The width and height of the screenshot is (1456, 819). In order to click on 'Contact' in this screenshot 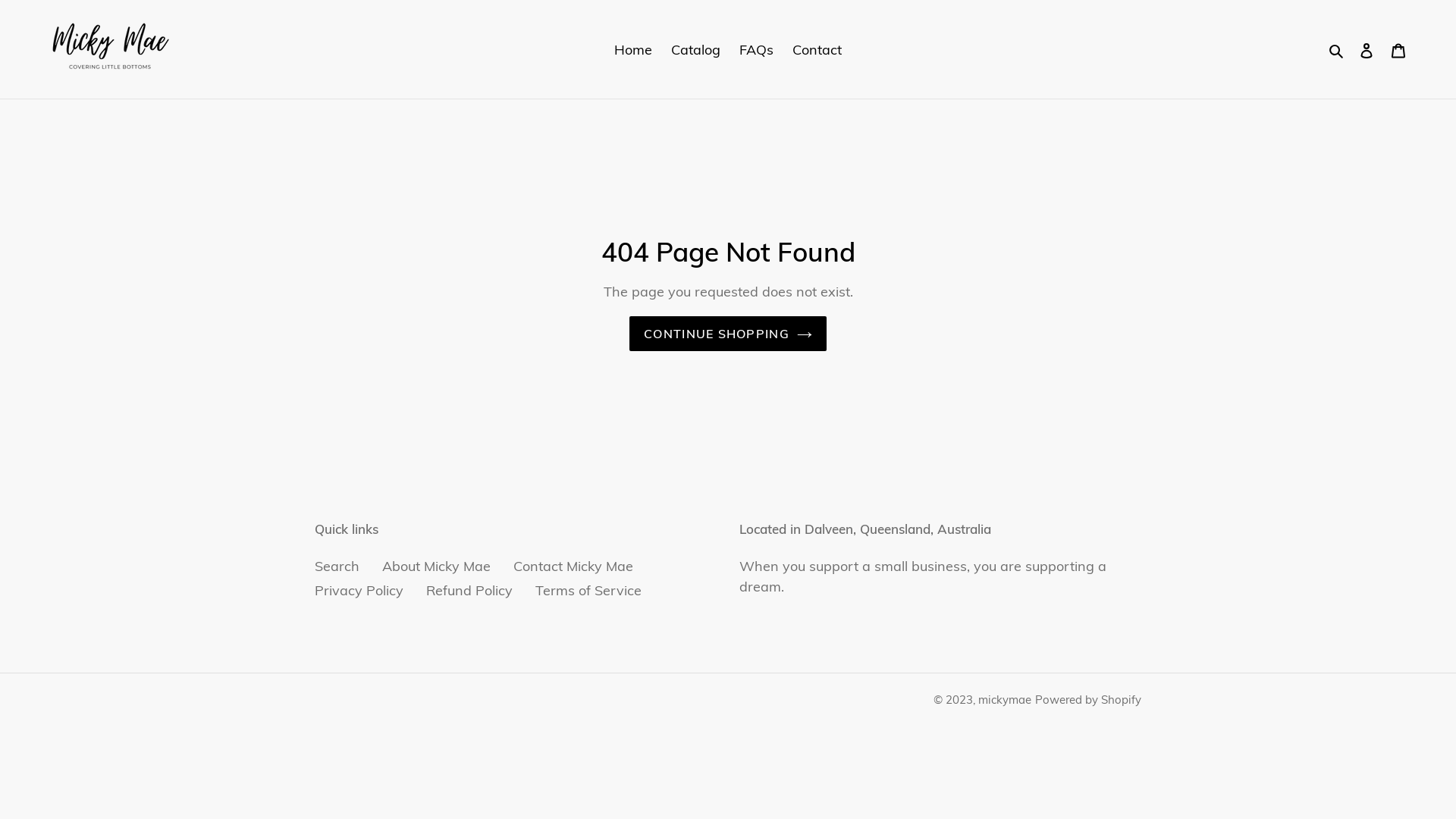, I will do `click(785, 48)`.